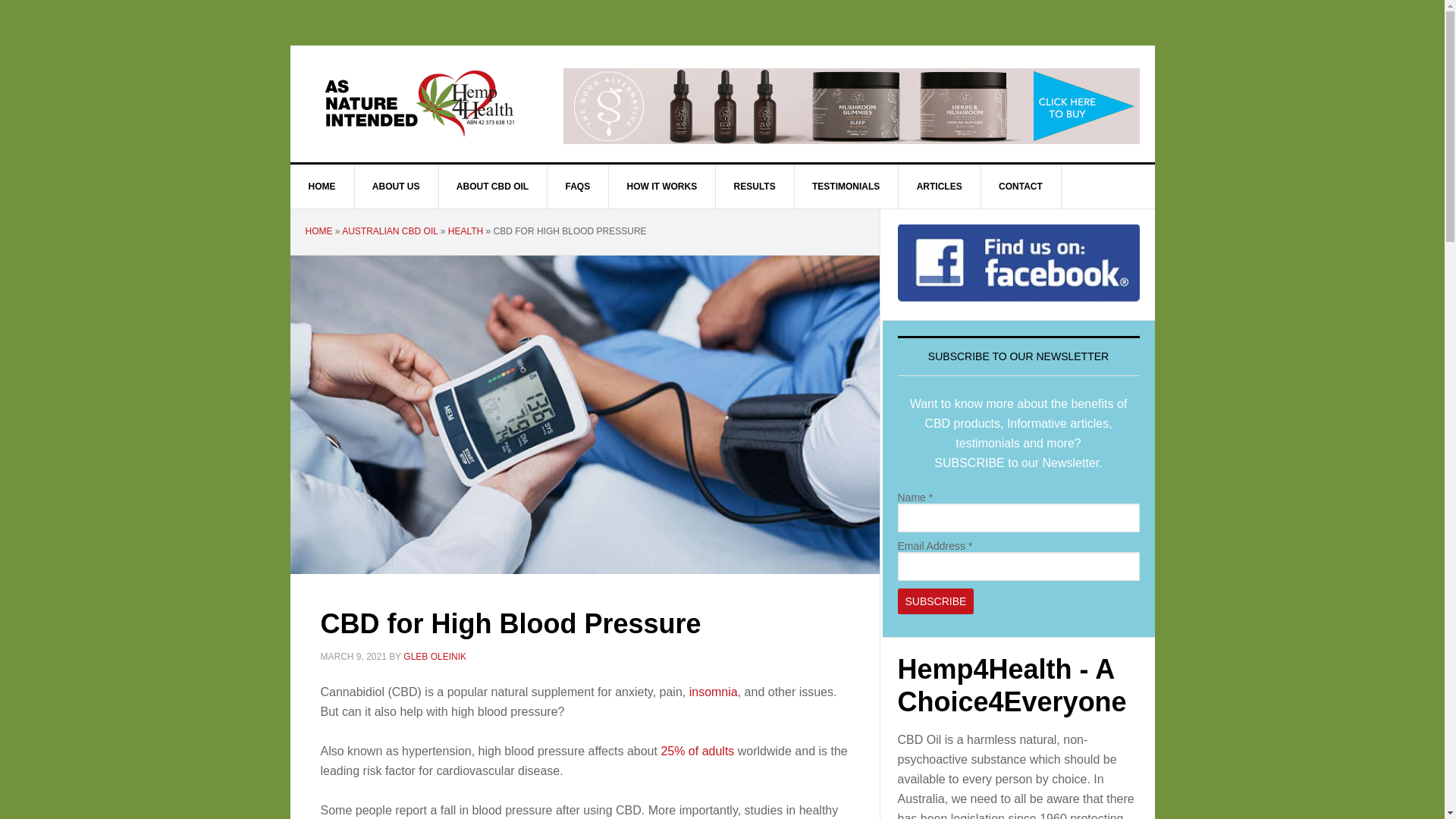 The image size is (1456, 819). Describe the element at coordinates (304, 231) in the screenshot. I see `'HOME'` at that location.